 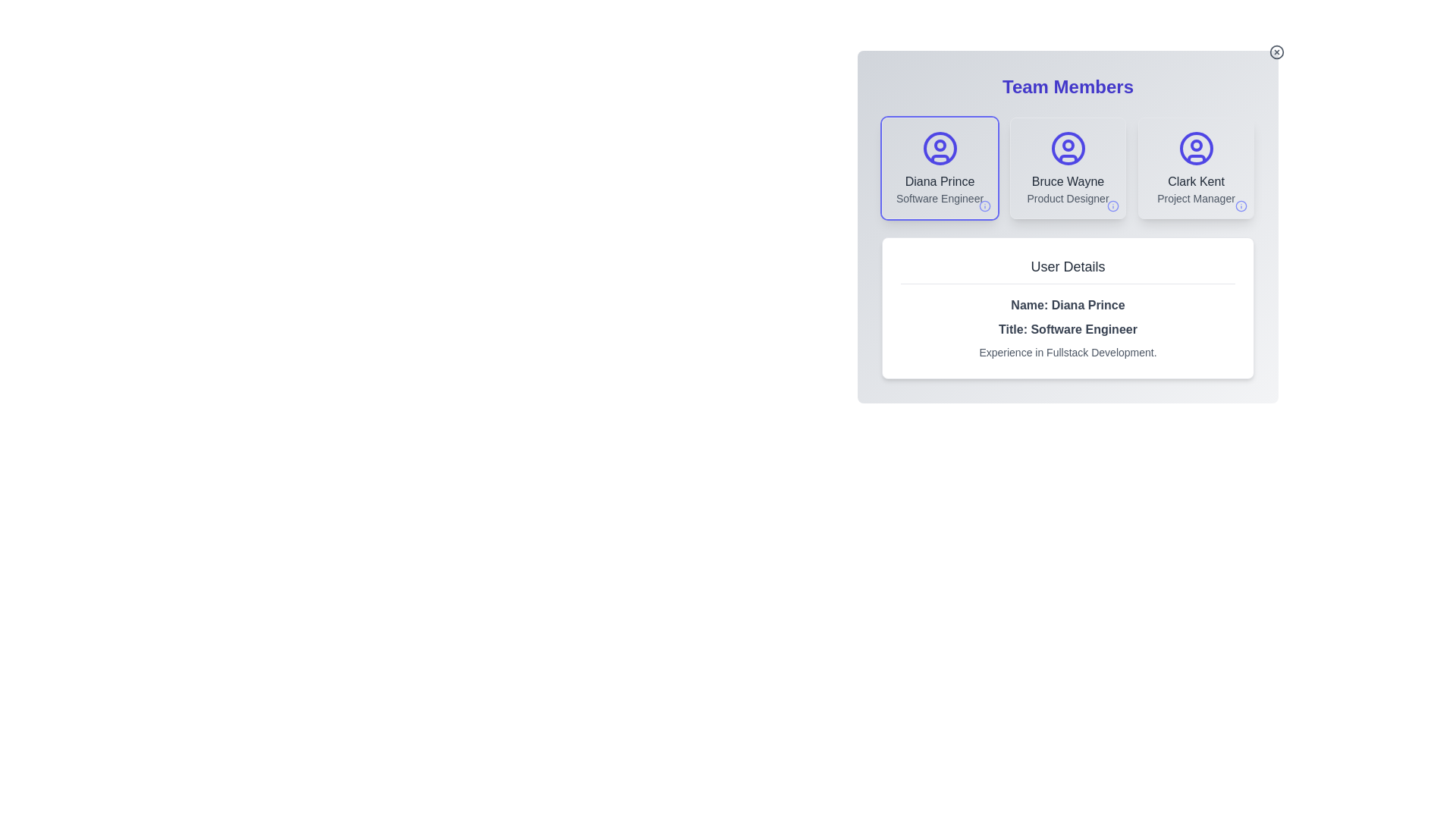 I want to click on the second text label indicating the professional title of the individual, located in the user details section, which follows 'Name: Diana Prince' and precedes 'Experience in Fullstack Development.', so click(x=1067, y=329).